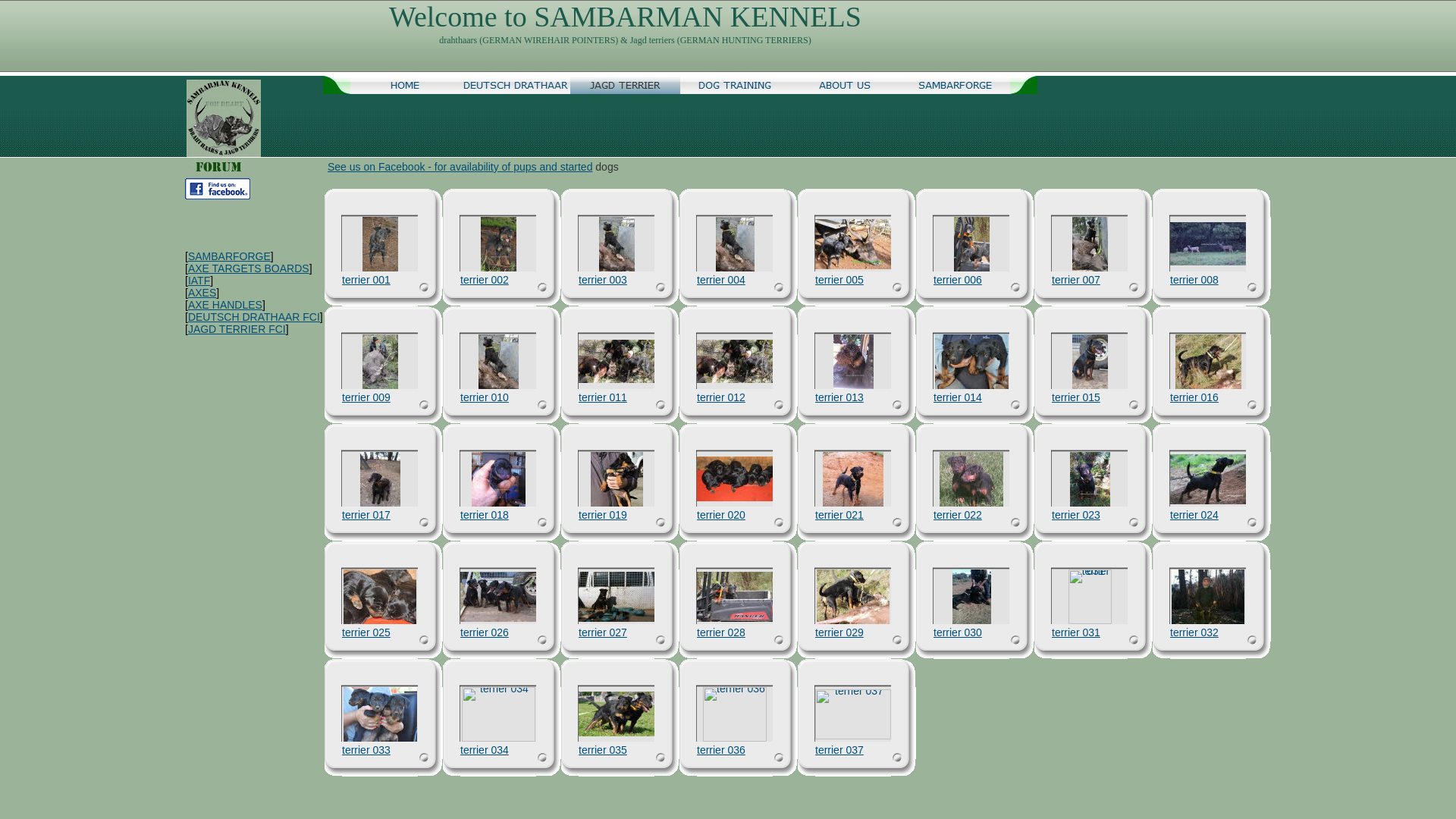 Image resolution: width=1456 pixels, height=819 pixels. Describe the element at coordinates (198, 281) in the screenshot. I see `'IATF'` at that location.